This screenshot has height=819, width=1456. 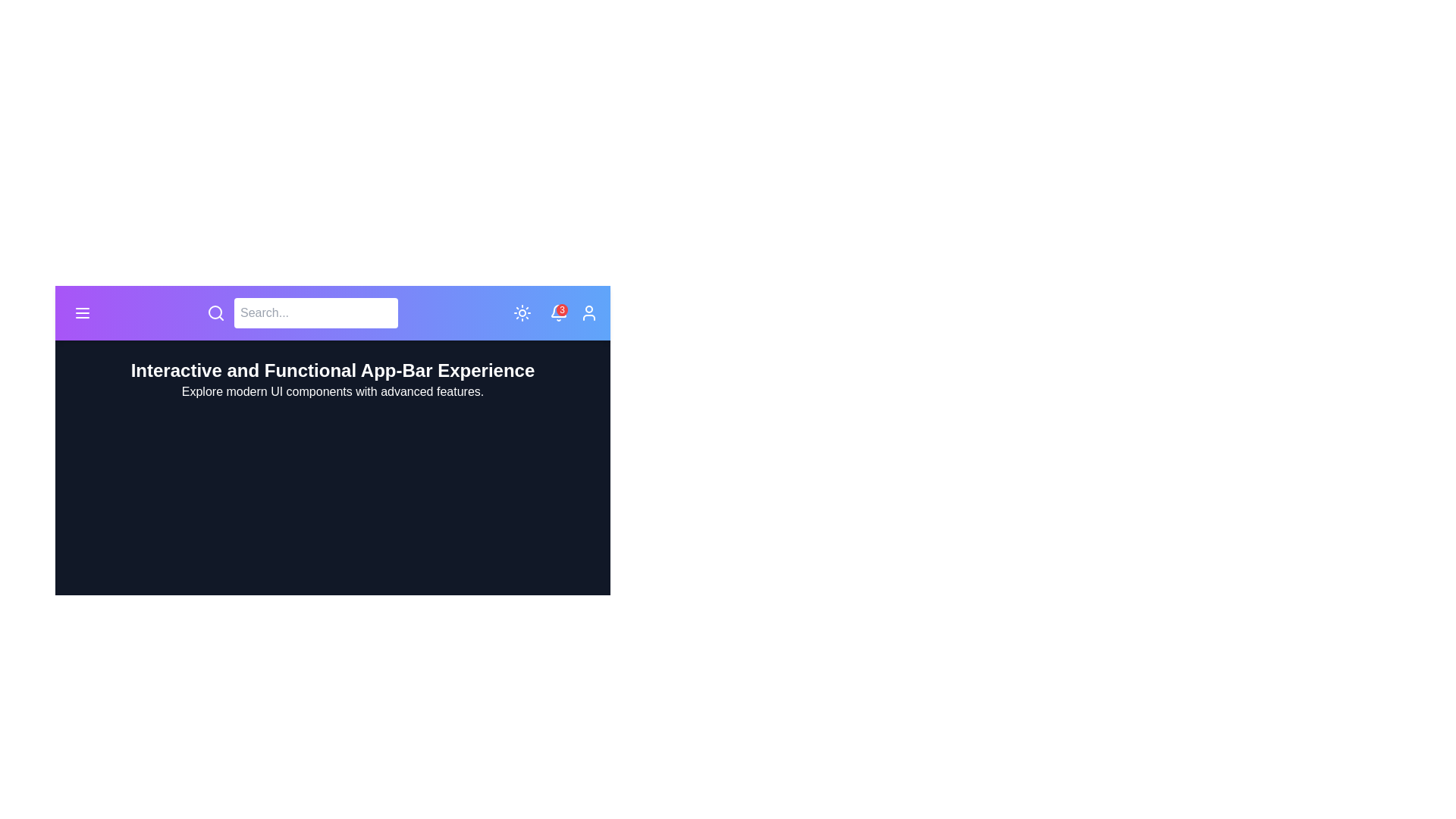 I want to click on the user icon to interact with the user profile, so click(x=588, y=312).